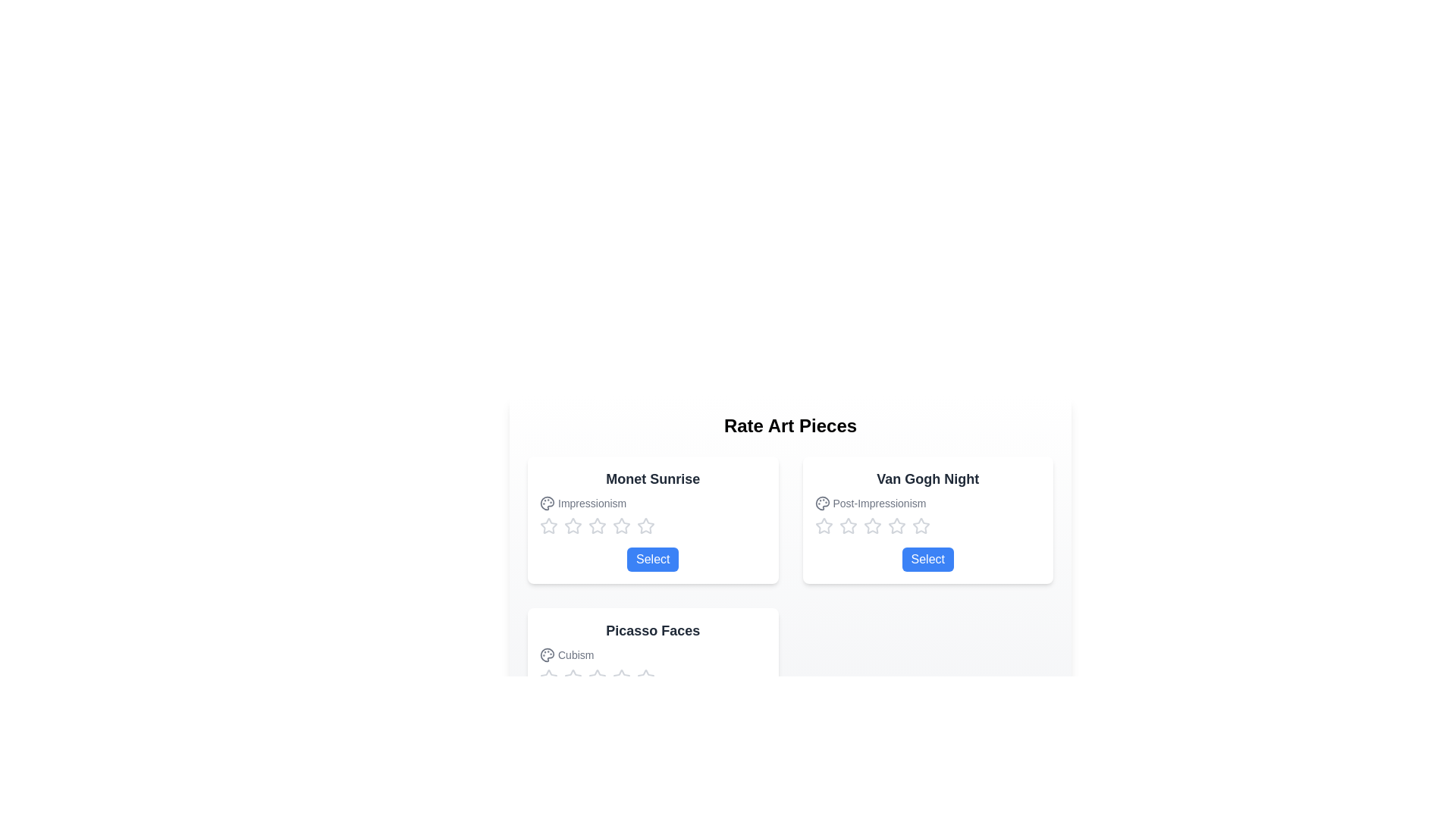 Image resolution: width=1456 pixels, height=819 pixels. I want to click on the static text label displaying 'Van Gogh Night', which is styled in a large, bold typeface in dark gray against a white background, located near the top-center of the card, so click(927, 479).